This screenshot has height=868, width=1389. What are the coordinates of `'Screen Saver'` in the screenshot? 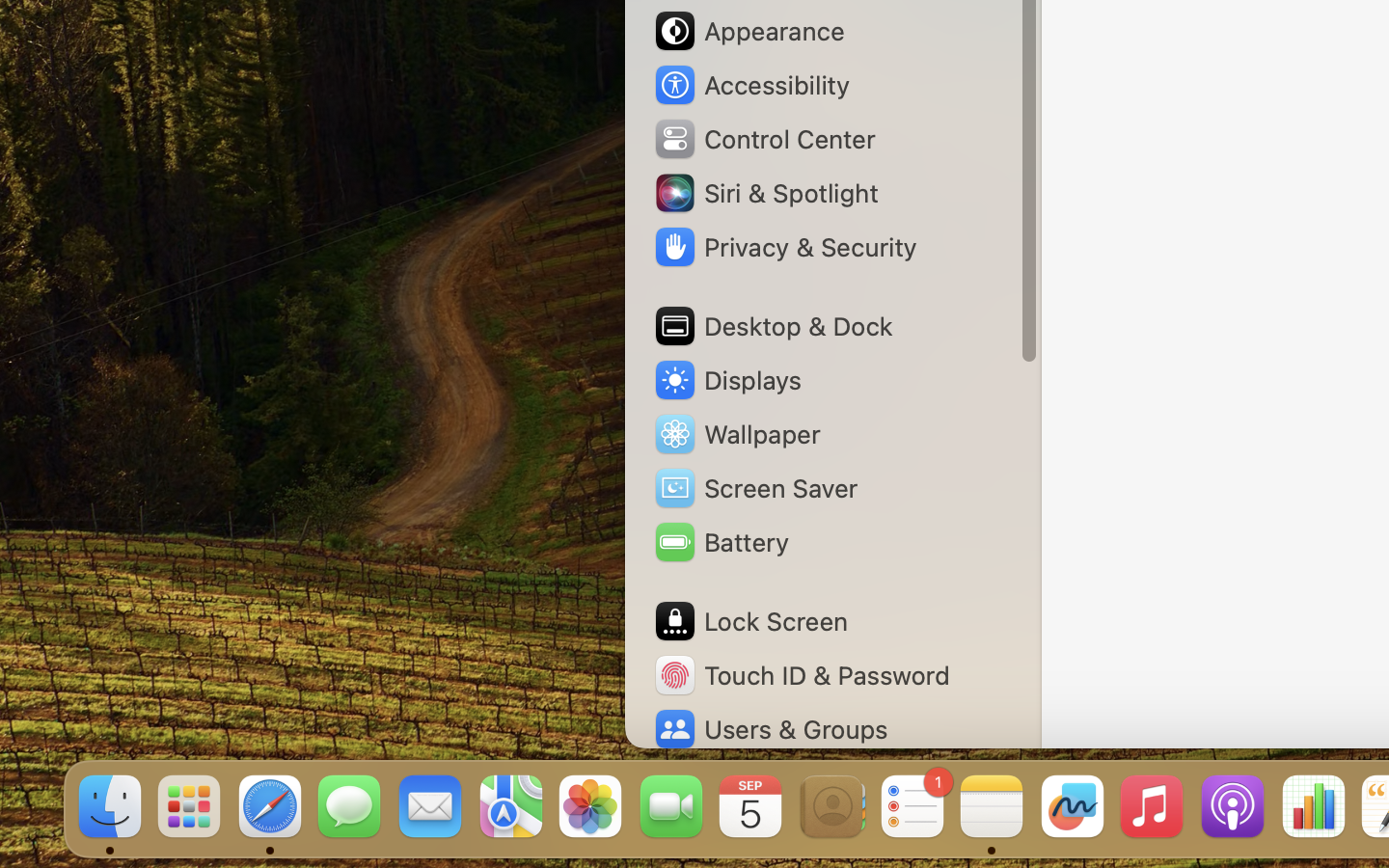 It's located at (754, 486).